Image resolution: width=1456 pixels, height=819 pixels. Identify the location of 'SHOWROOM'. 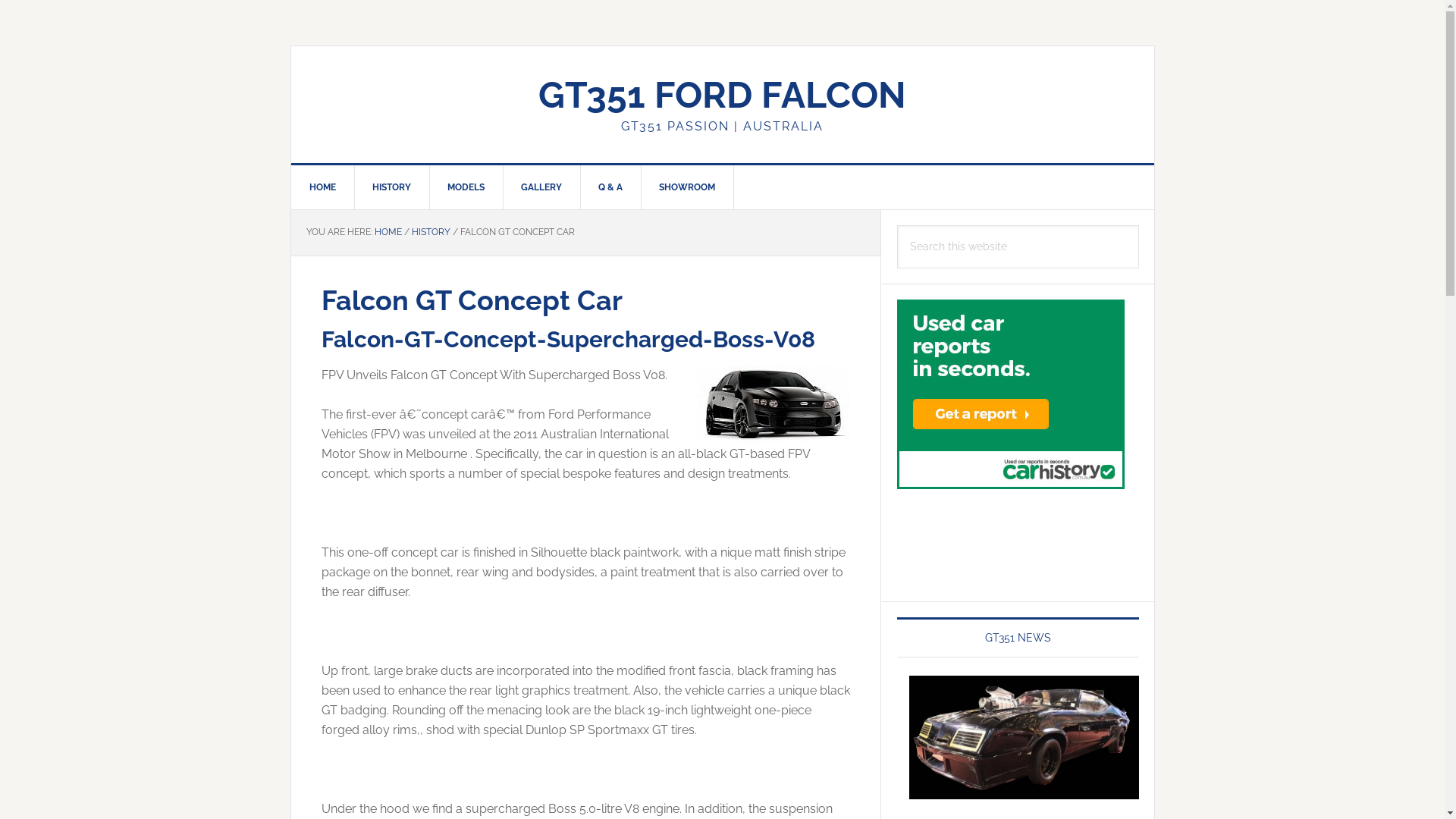
(686, 186).